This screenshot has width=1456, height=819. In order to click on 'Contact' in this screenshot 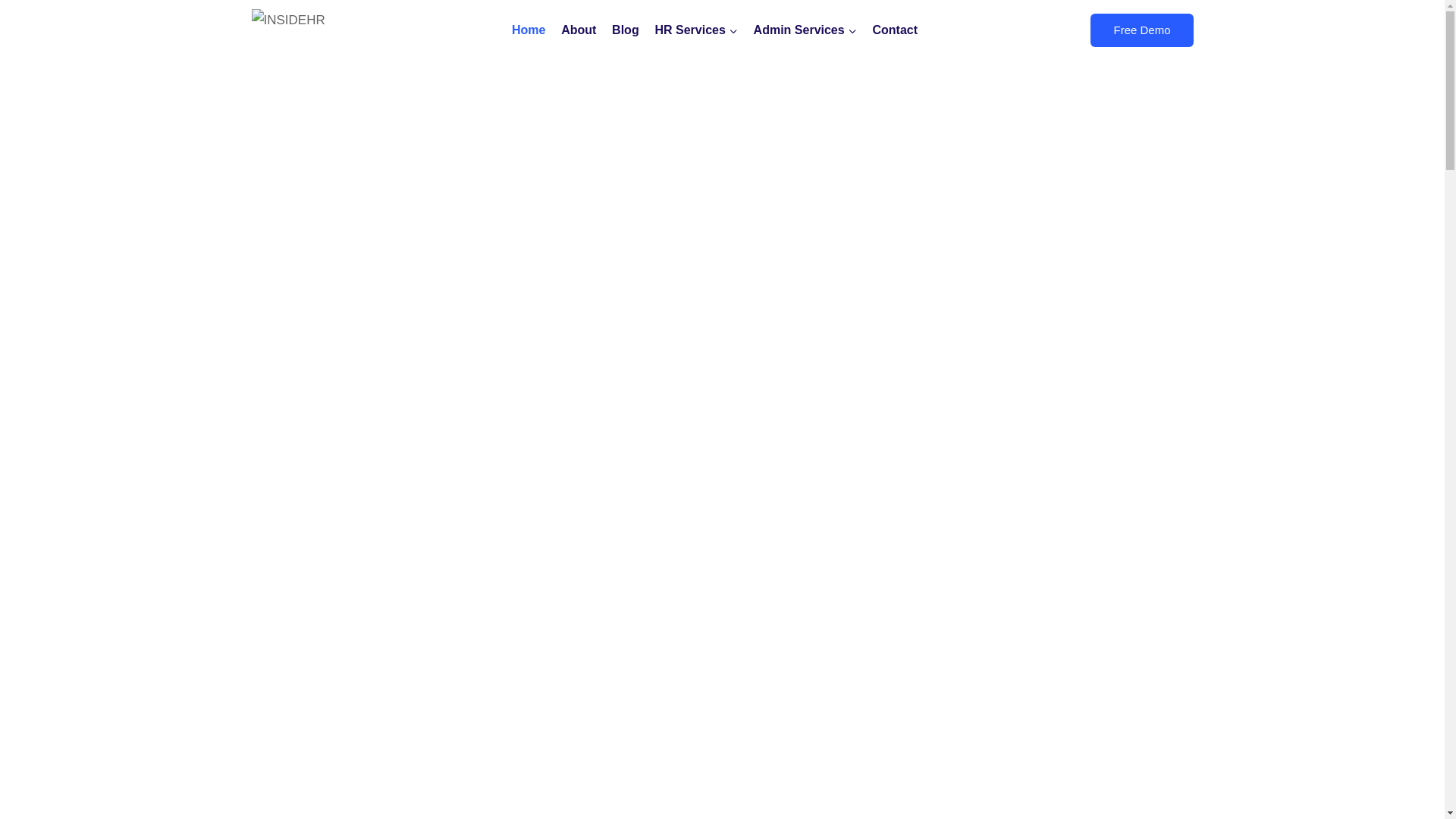, I will do `click(895, 30)`.